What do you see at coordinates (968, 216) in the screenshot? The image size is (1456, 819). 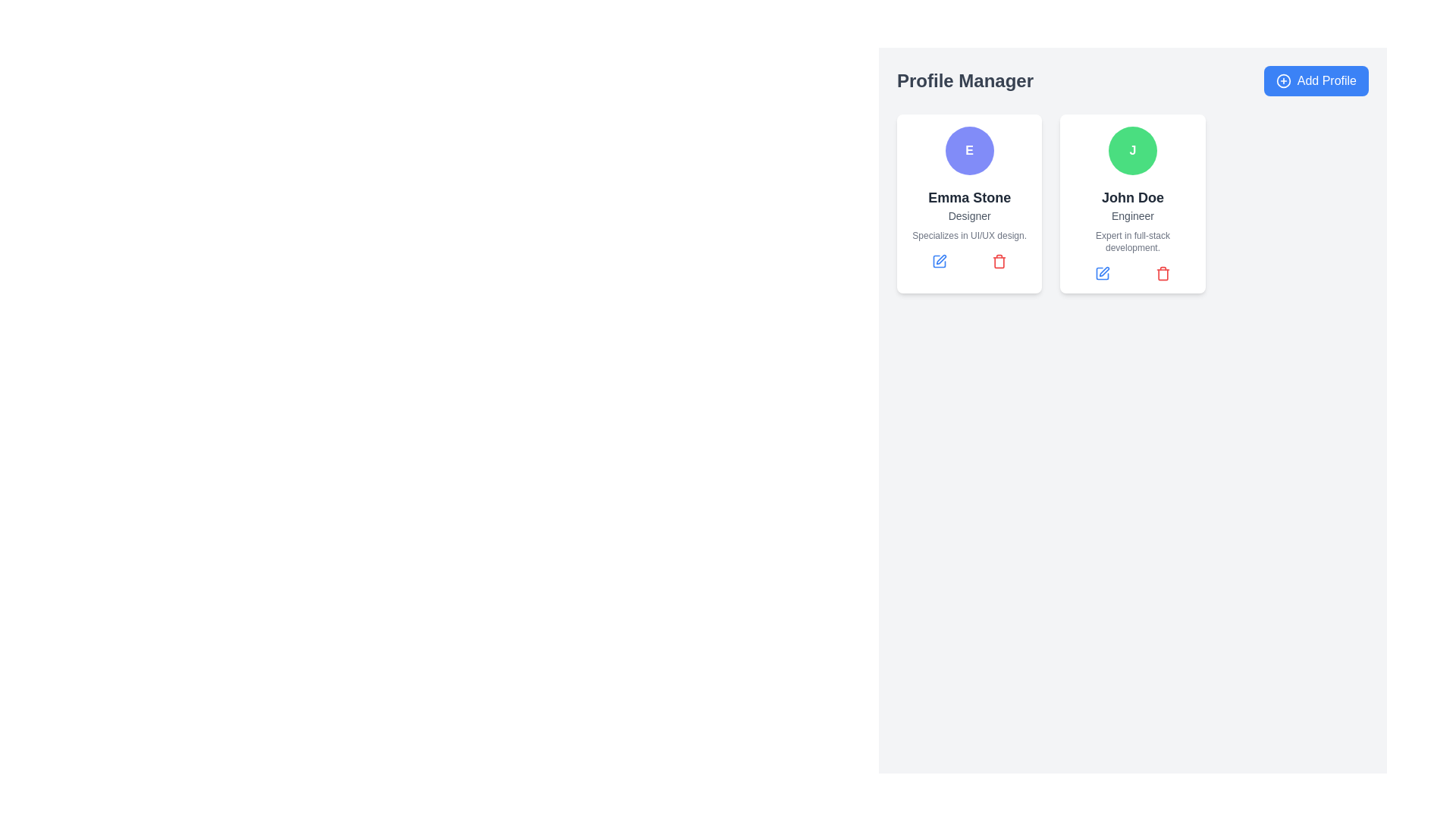 I see `the second line of text that indicates the role or title associated with the profile of 'Emma Stone', located between the name and the description` at bounding box center [968, 216].